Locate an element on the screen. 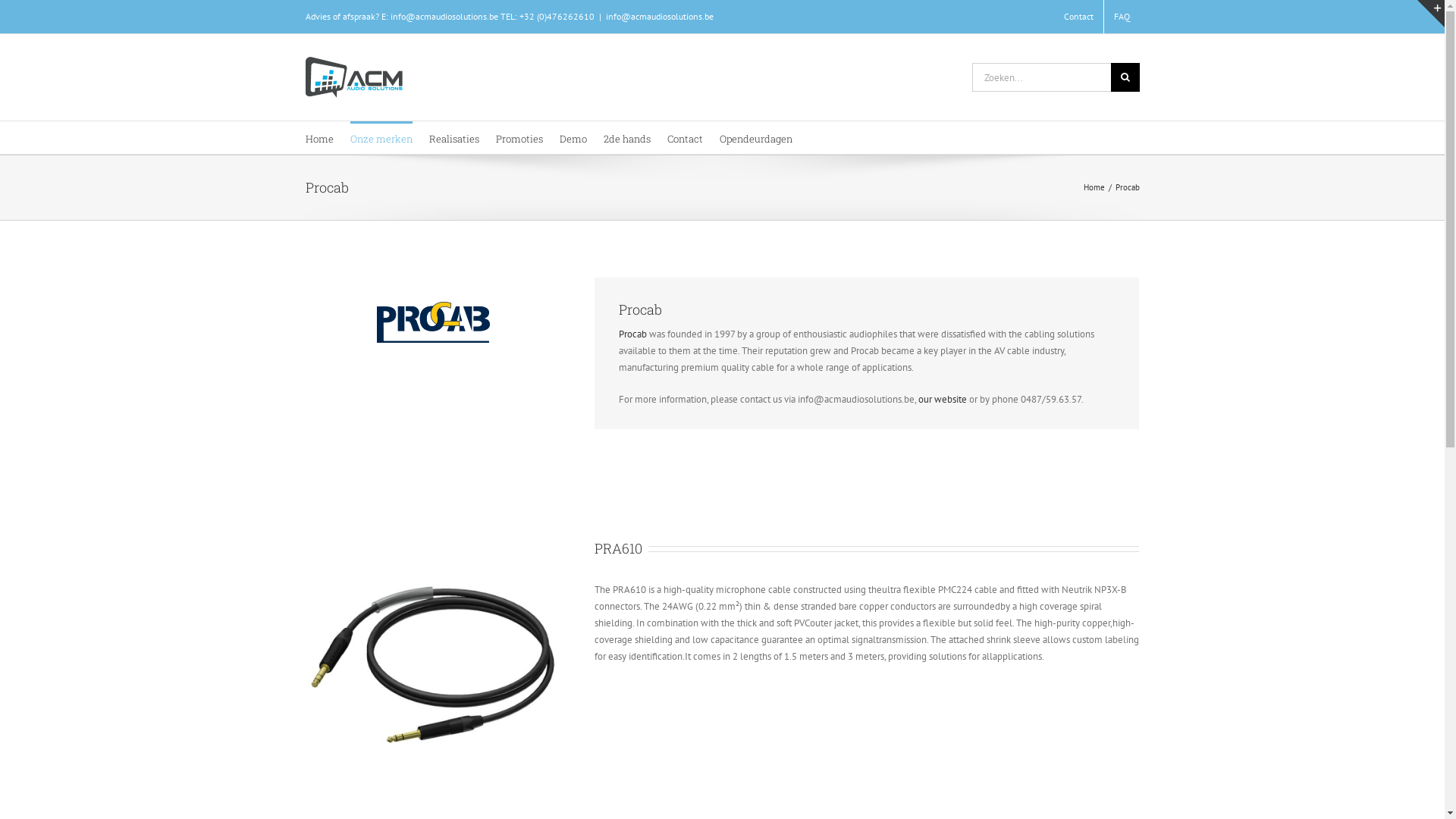 This screenshot has width=1456, height=819. 'info@acmaudiosolutions.be' is located at coordinates (658, 16).